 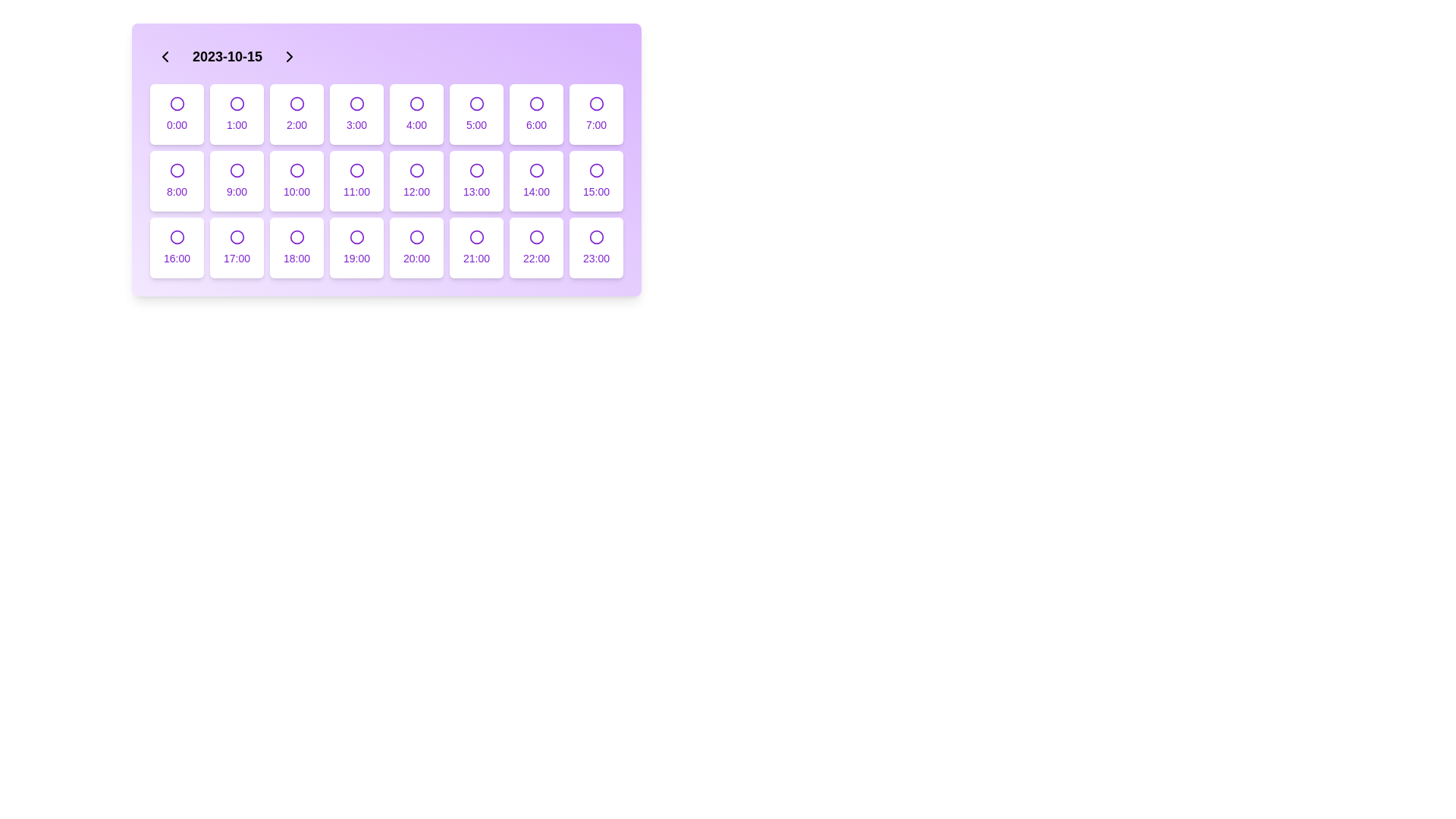 What do you see at coordinates (595, 170) in the screenshot?
I see `the circular Indicator icon with a purple border inside the button labeled '15:00'` at bounding box center [595, 170].